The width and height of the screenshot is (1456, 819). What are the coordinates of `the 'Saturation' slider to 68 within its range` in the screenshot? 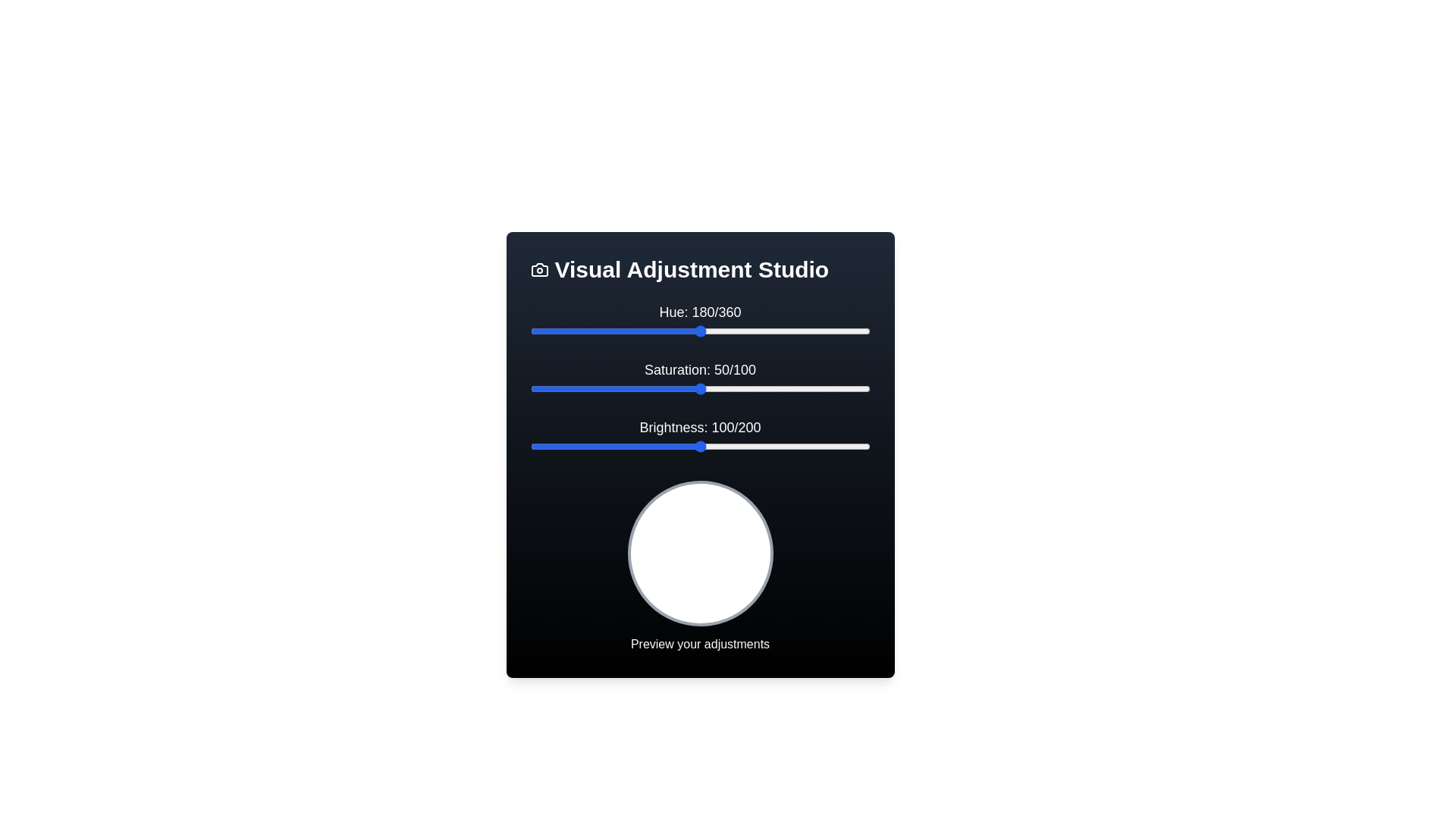 It's located at (761, 388).